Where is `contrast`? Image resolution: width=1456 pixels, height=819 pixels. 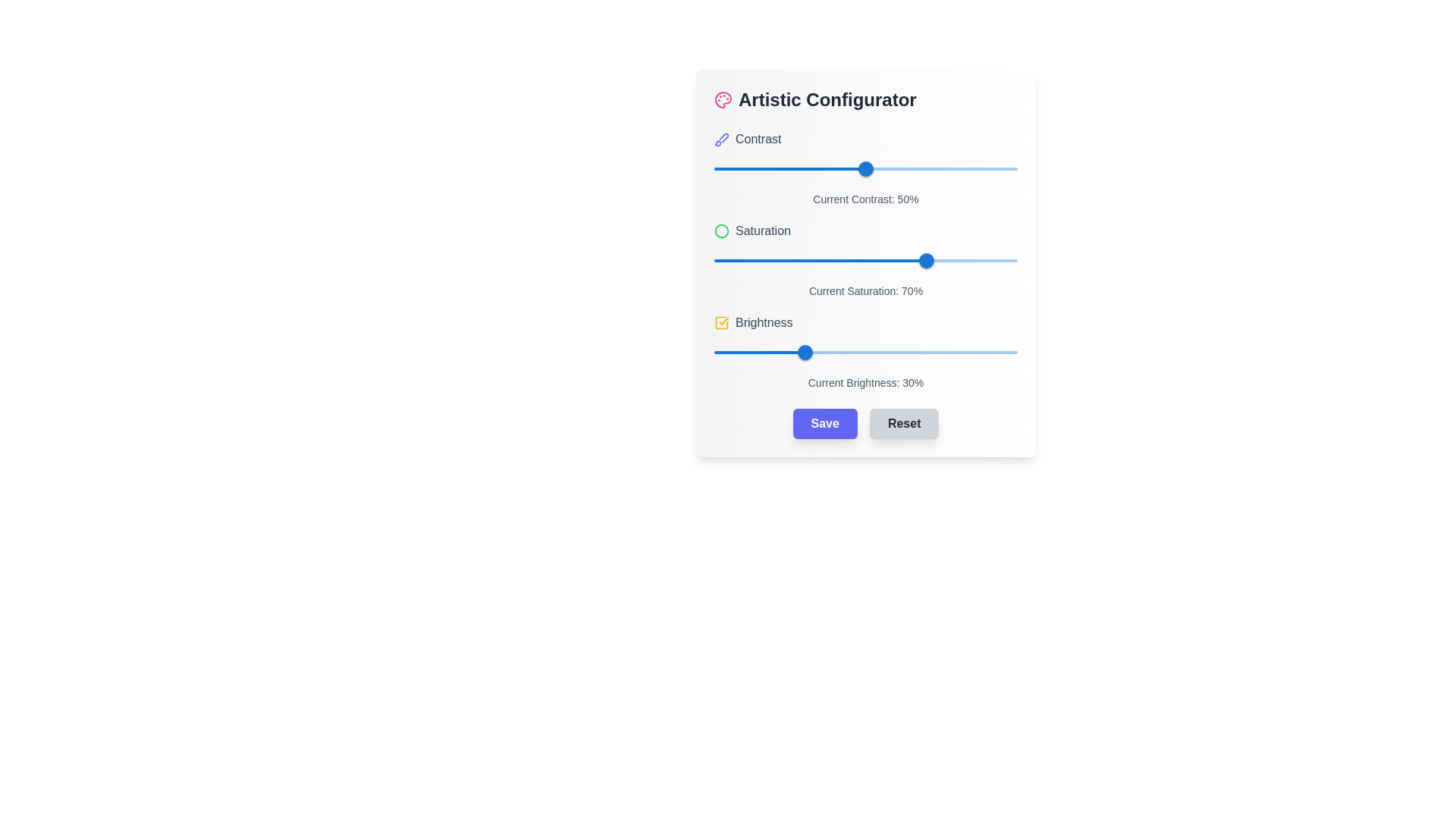 contrast is located at coordinates (946, 169).